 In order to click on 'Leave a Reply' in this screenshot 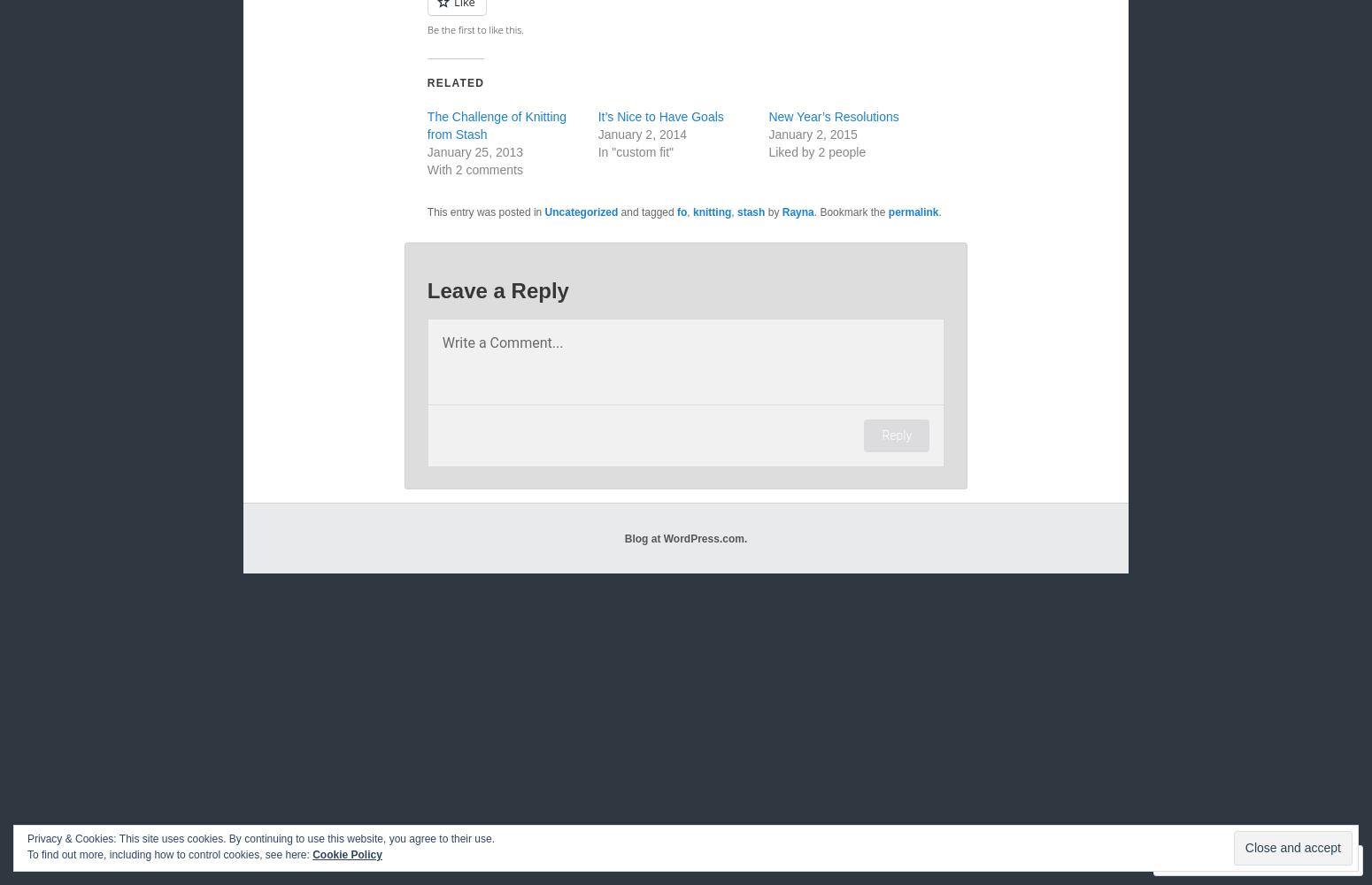, I will do `click(497, 289)`.